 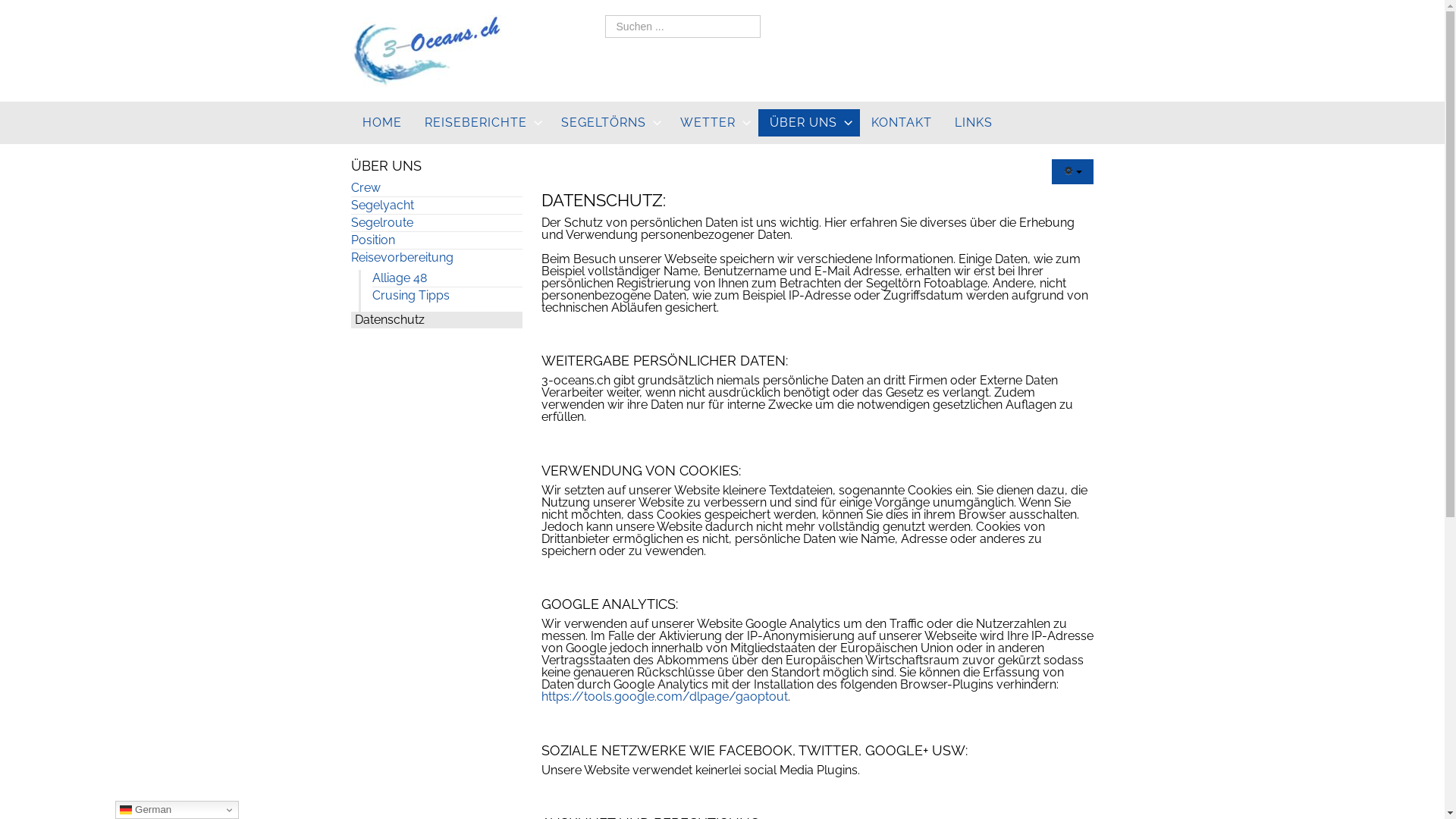 I want to click on '3-oceans.ch', so click(x=425, y=49).